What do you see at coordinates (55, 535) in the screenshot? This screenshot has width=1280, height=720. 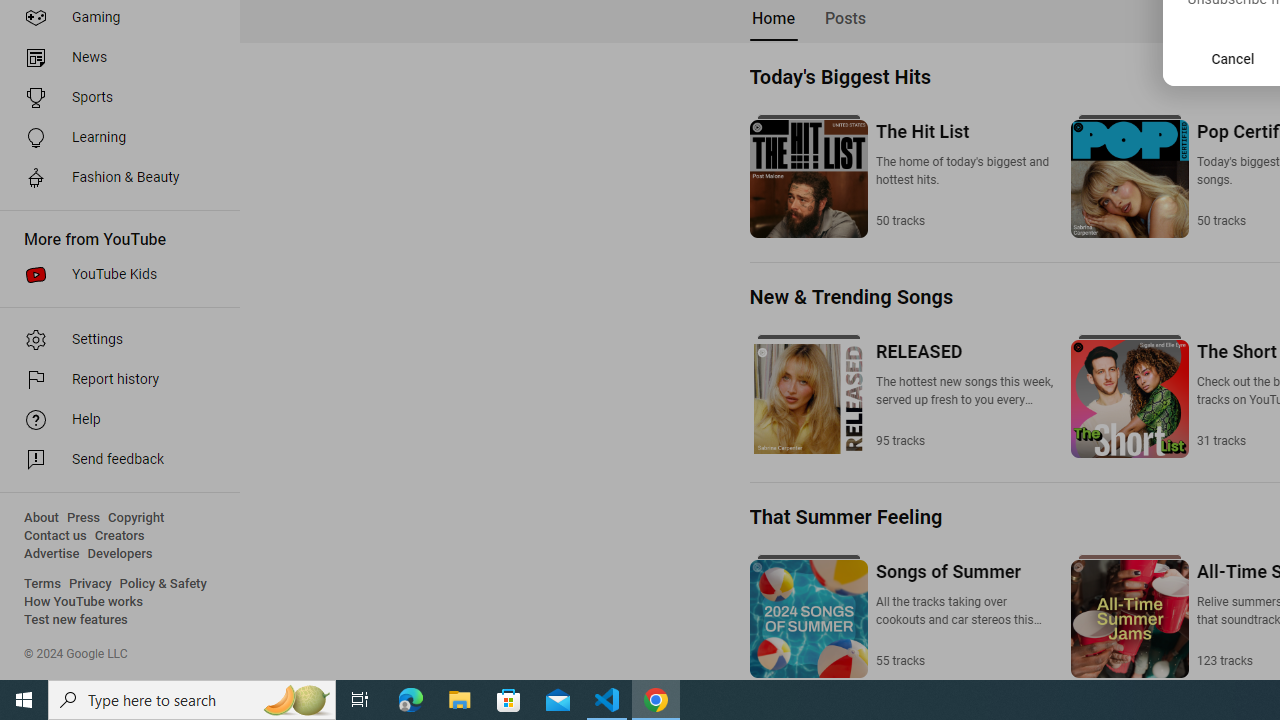 I see `'Contact us'` at bounding box center [55, 535].